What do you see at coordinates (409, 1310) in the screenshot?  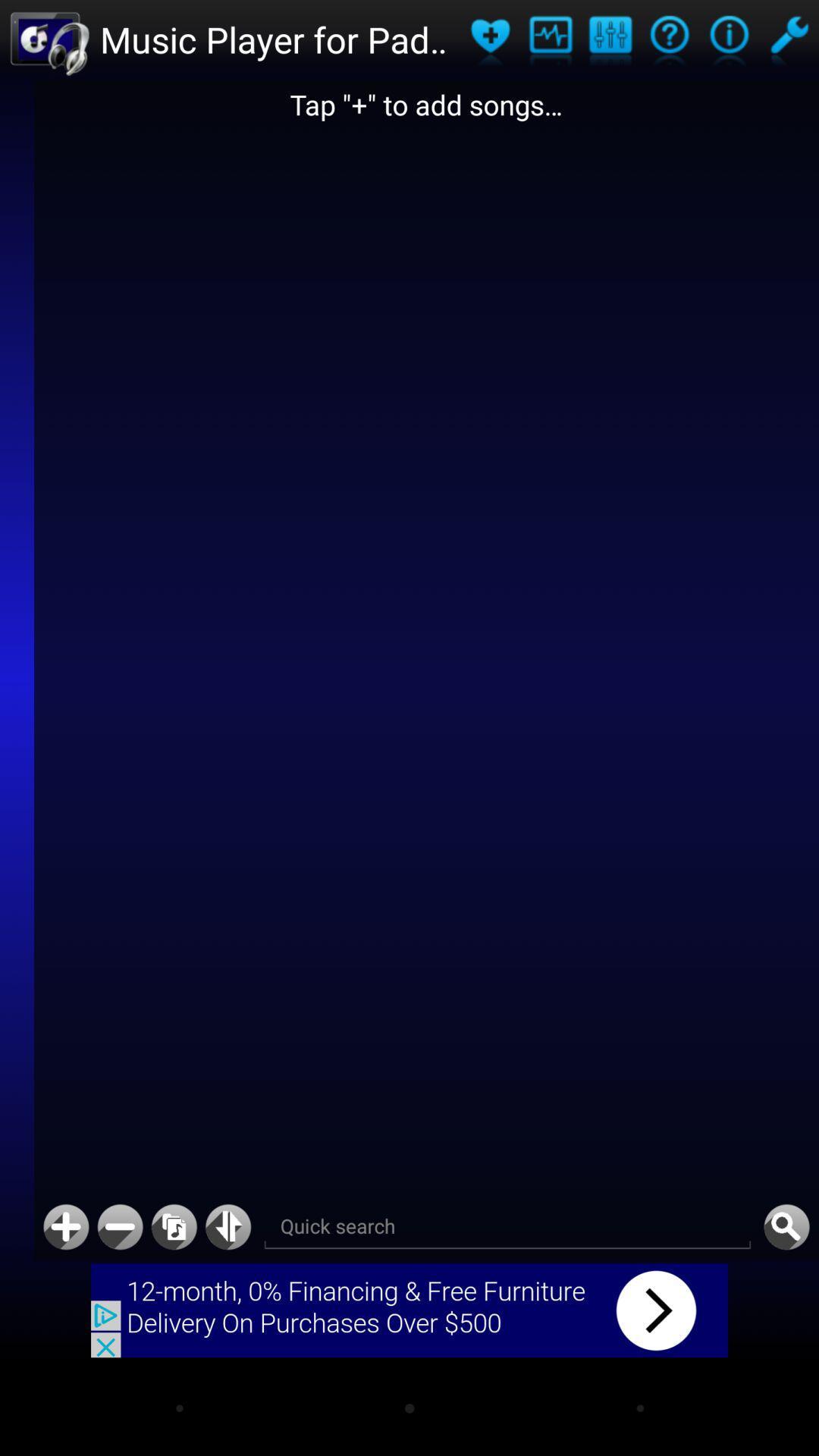 I see `advertisement button` at bounding box center [409, 1310].